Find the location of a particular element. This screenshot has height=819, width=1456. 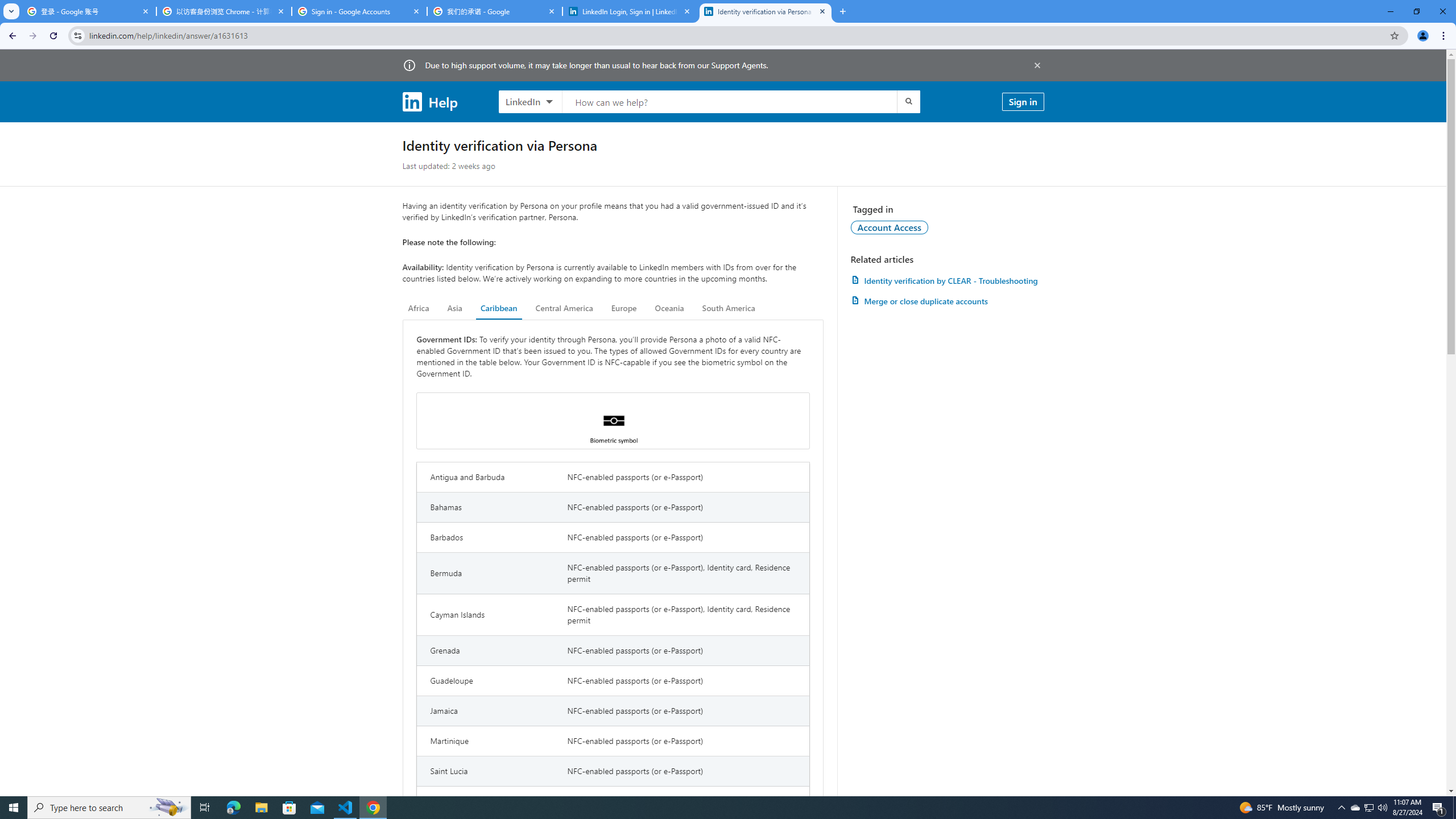

'South America' is located at coordinates (728, 308).